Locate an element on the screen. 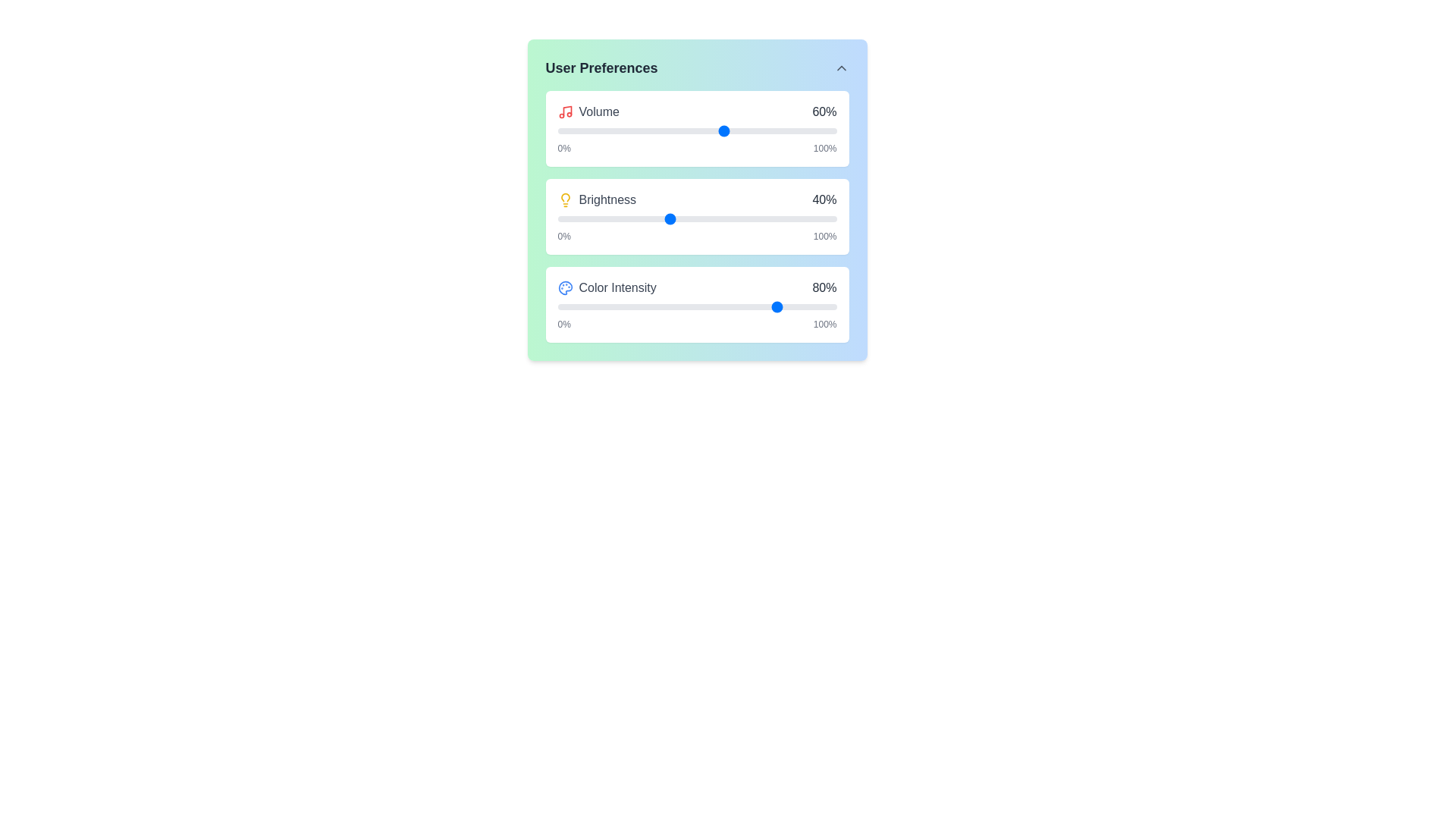 The height and width of the screenshot is (819, 1456). the label with an icon that indicates the volume setting adjustment, located in the upper-left section of the 'User Preferences' card is located at coordinates (588, 111).